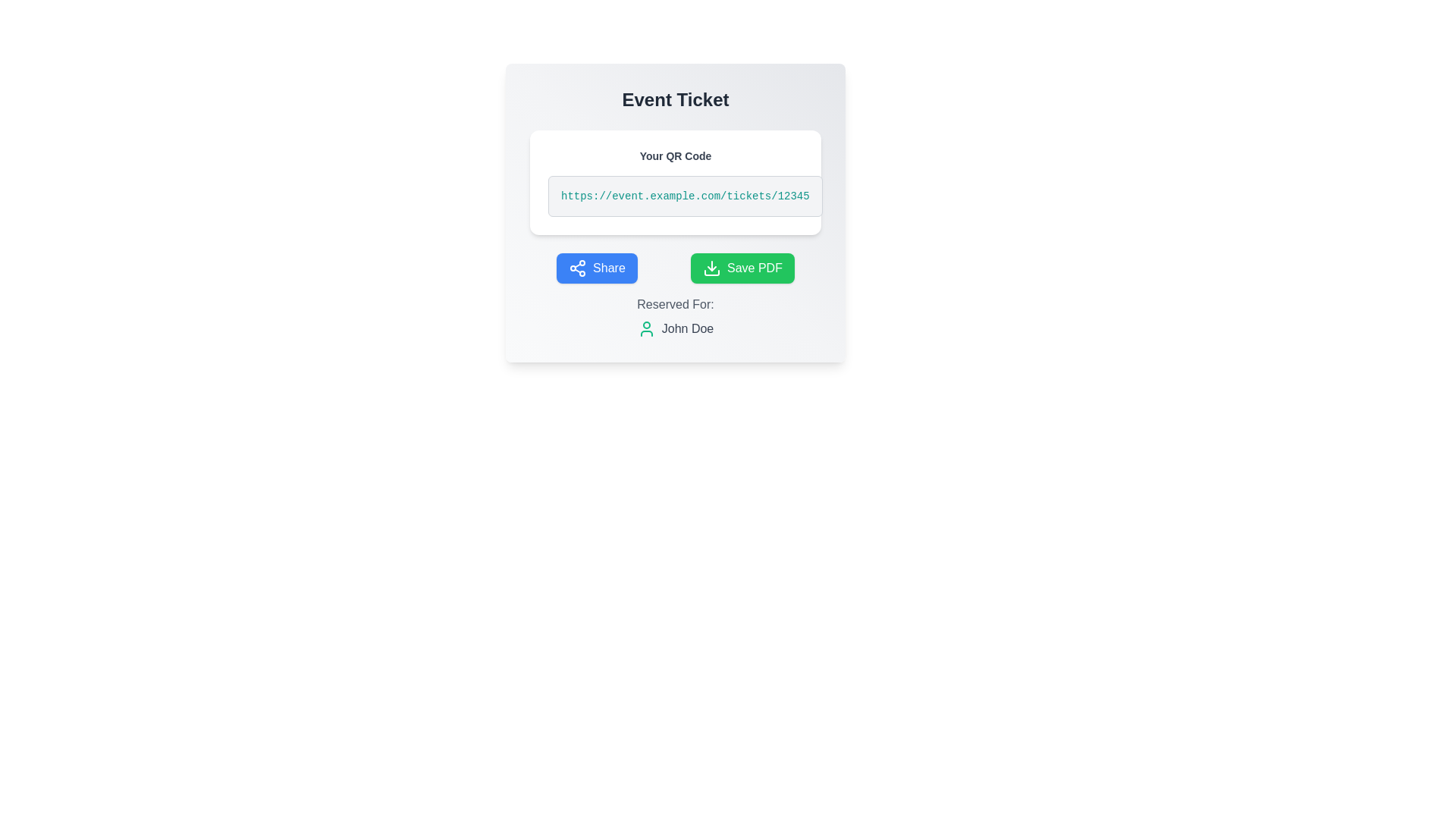 This screenshot has width=1456, height=819. I want to click on the download icon within the 'Save PDF' button located at the bottom of the event ticket card, so click(711, 268).